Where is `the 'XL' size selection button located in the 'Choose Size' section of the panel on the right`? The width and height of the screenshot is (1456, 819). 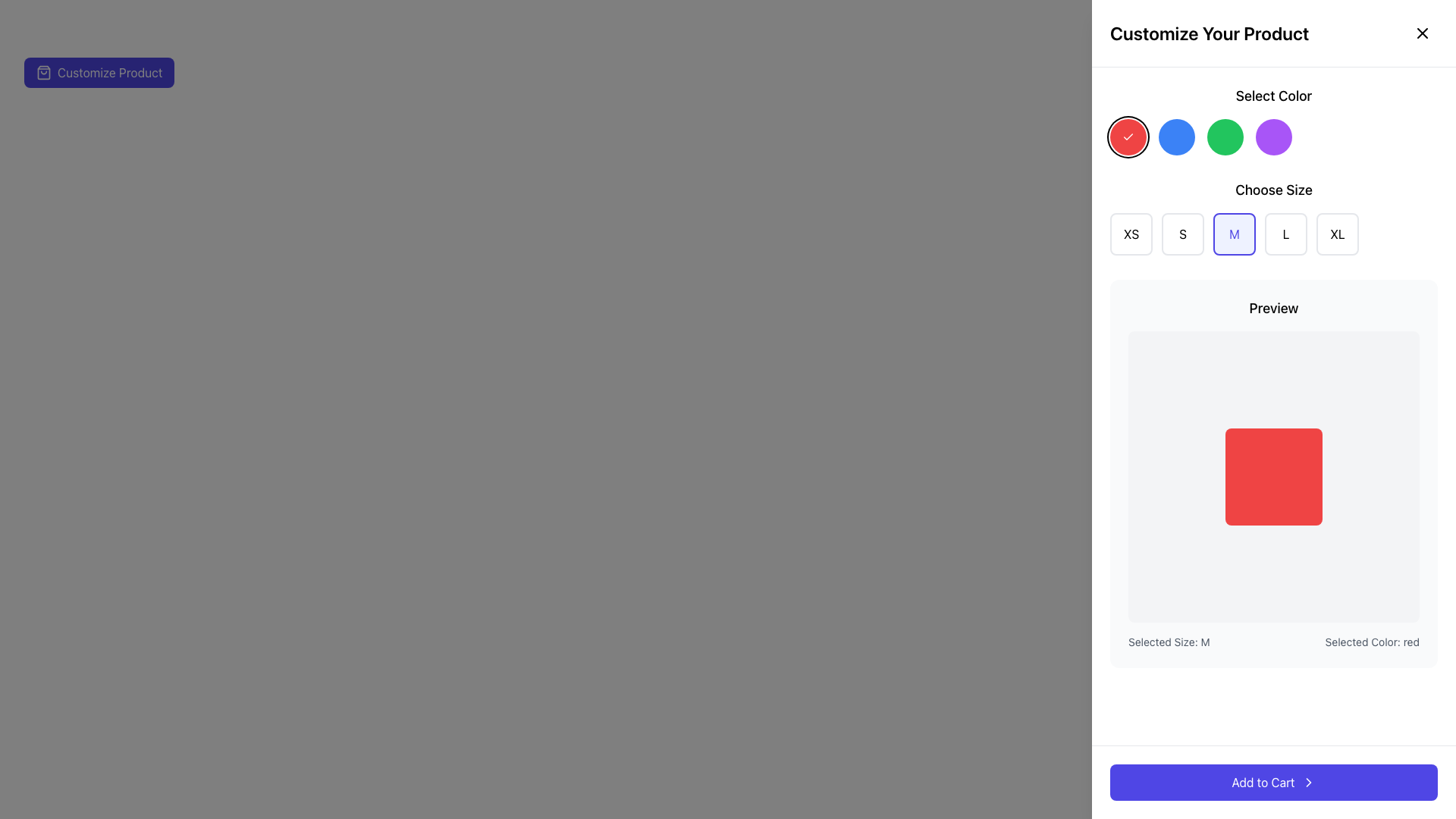 the 'XL' size selection button located in the 'Choose Size' section of the panel on the right is located at coordinates (1337, 234).